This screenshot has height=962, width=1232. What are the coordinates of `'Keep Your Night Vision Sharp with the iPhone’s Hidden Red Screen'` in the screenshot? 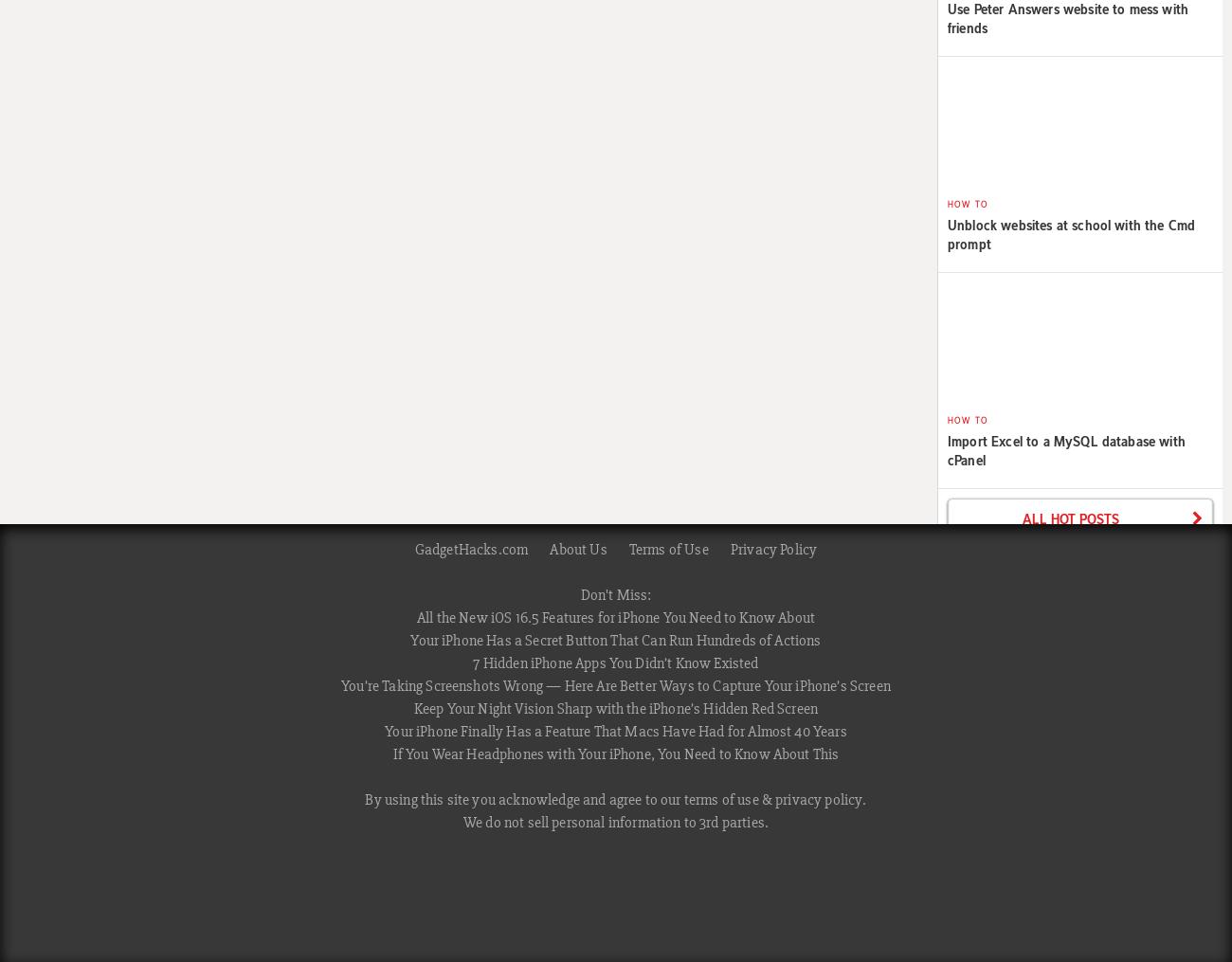 It's located at (615, 707).